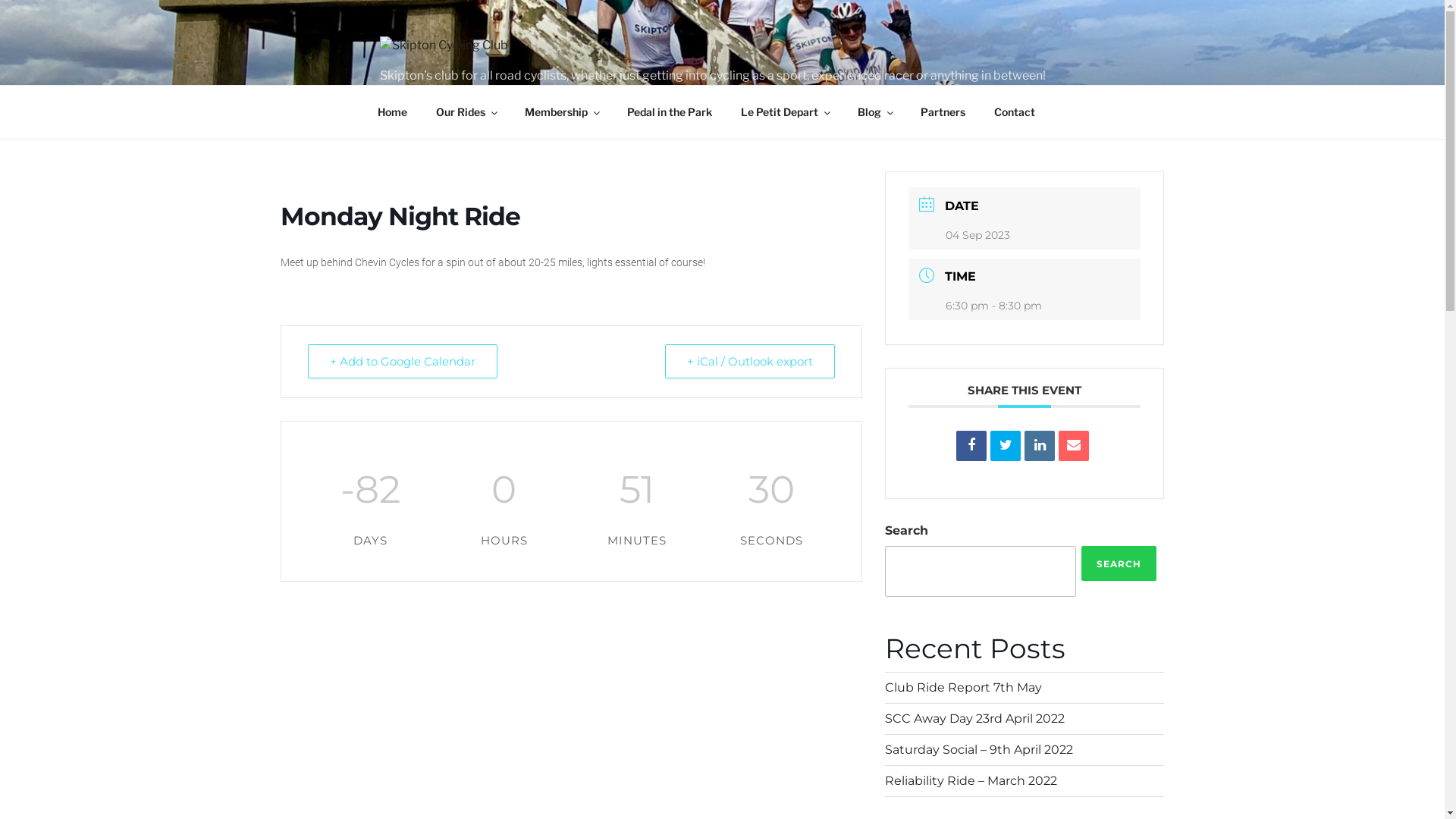  I want to click on 'Home', so click(392, 111).